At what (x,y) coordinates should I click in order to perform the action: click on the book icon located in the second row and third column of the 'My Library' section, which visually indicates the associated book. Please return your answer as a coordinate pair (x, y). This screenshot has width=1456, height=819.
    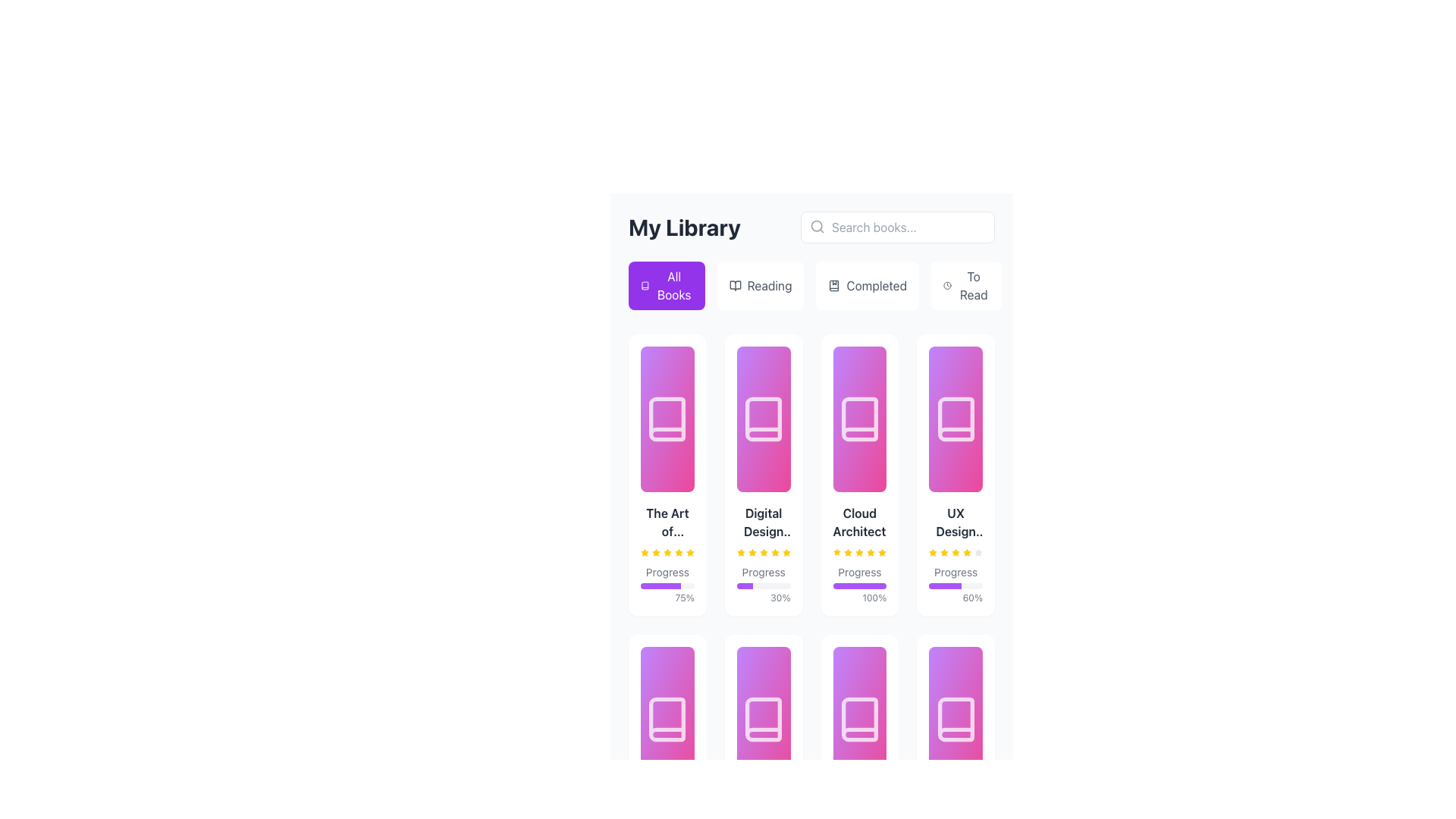
    Looking at the image, I should click on (859, 718).